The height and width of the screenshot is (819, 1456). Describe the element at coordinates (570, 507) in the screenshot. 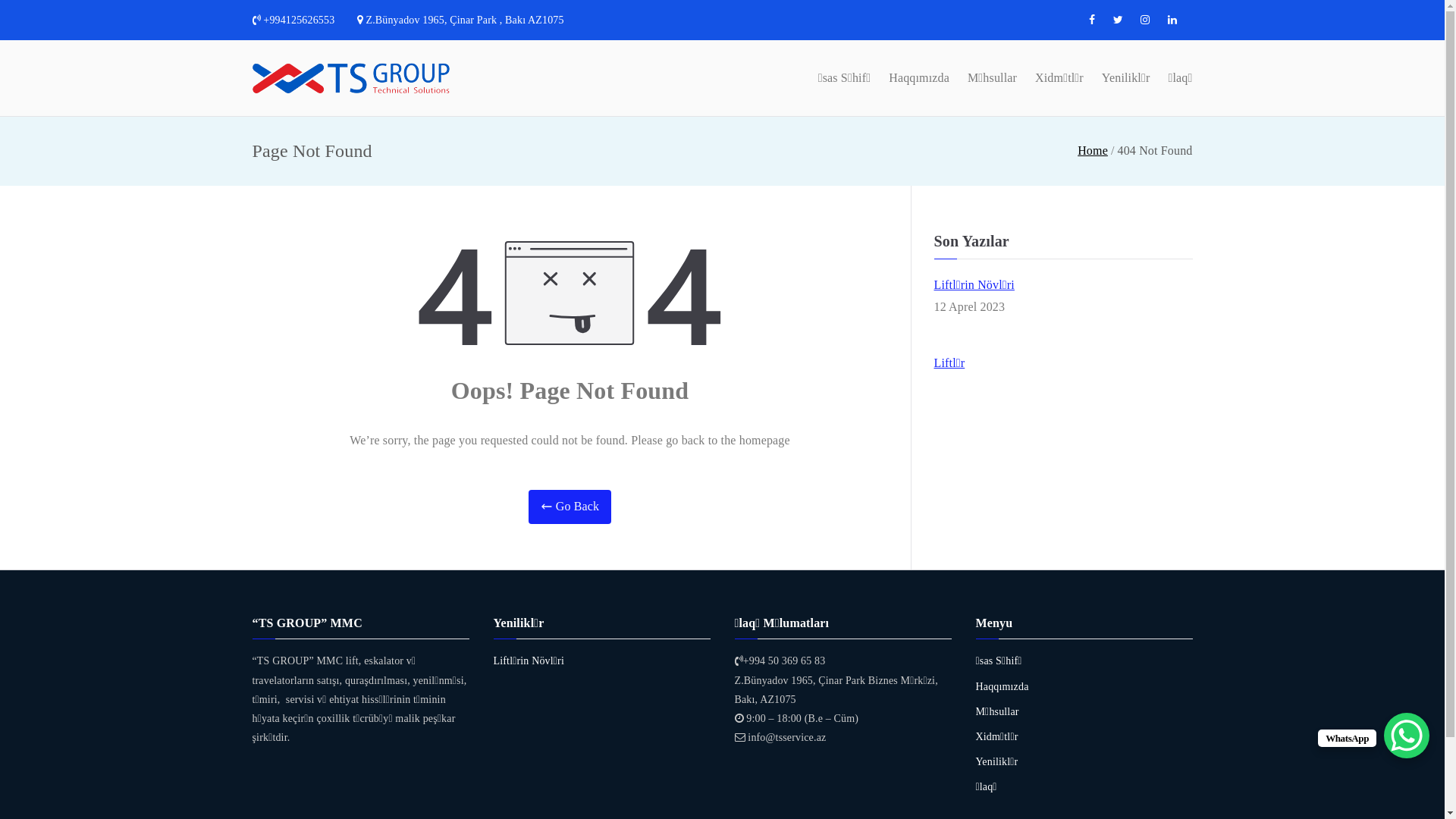

I see `'Go Back'` at that location.